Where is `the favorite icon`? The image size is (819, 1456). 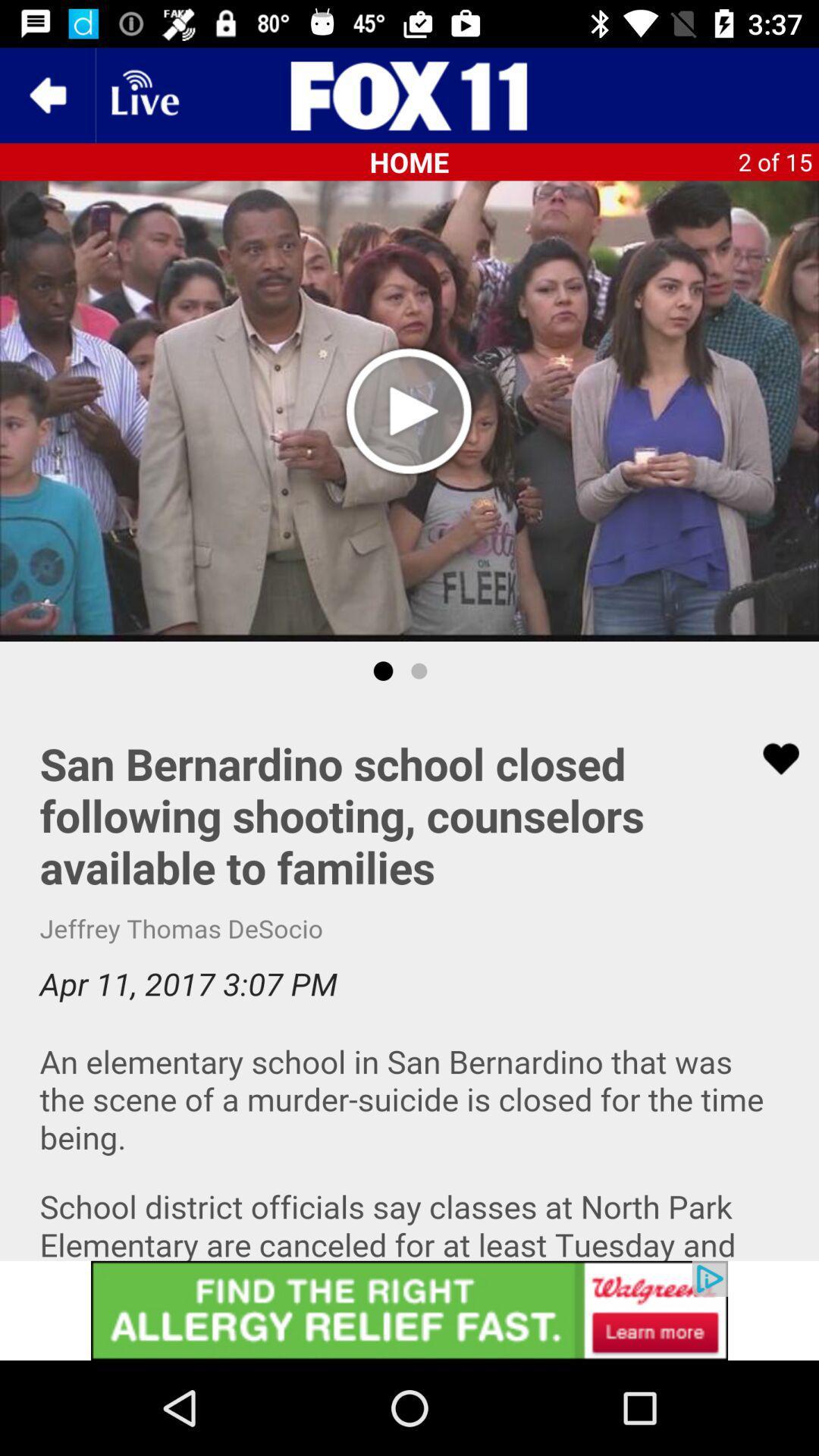 the favorite icon is located at coordinates (771, 758).